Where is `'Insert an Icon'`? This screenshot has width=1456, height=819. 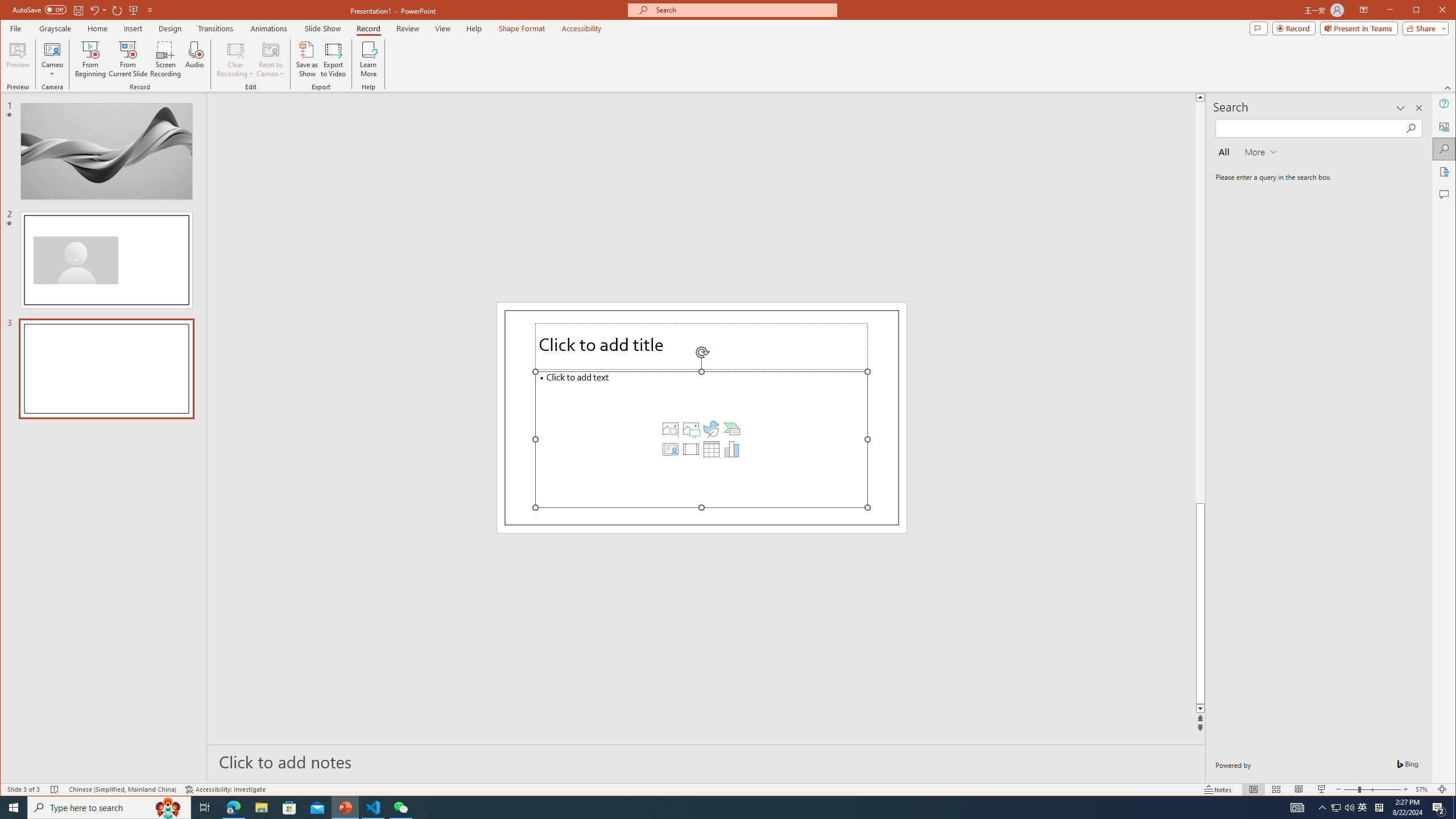
'Insert an Icon' is located at coordinates (711, 428).